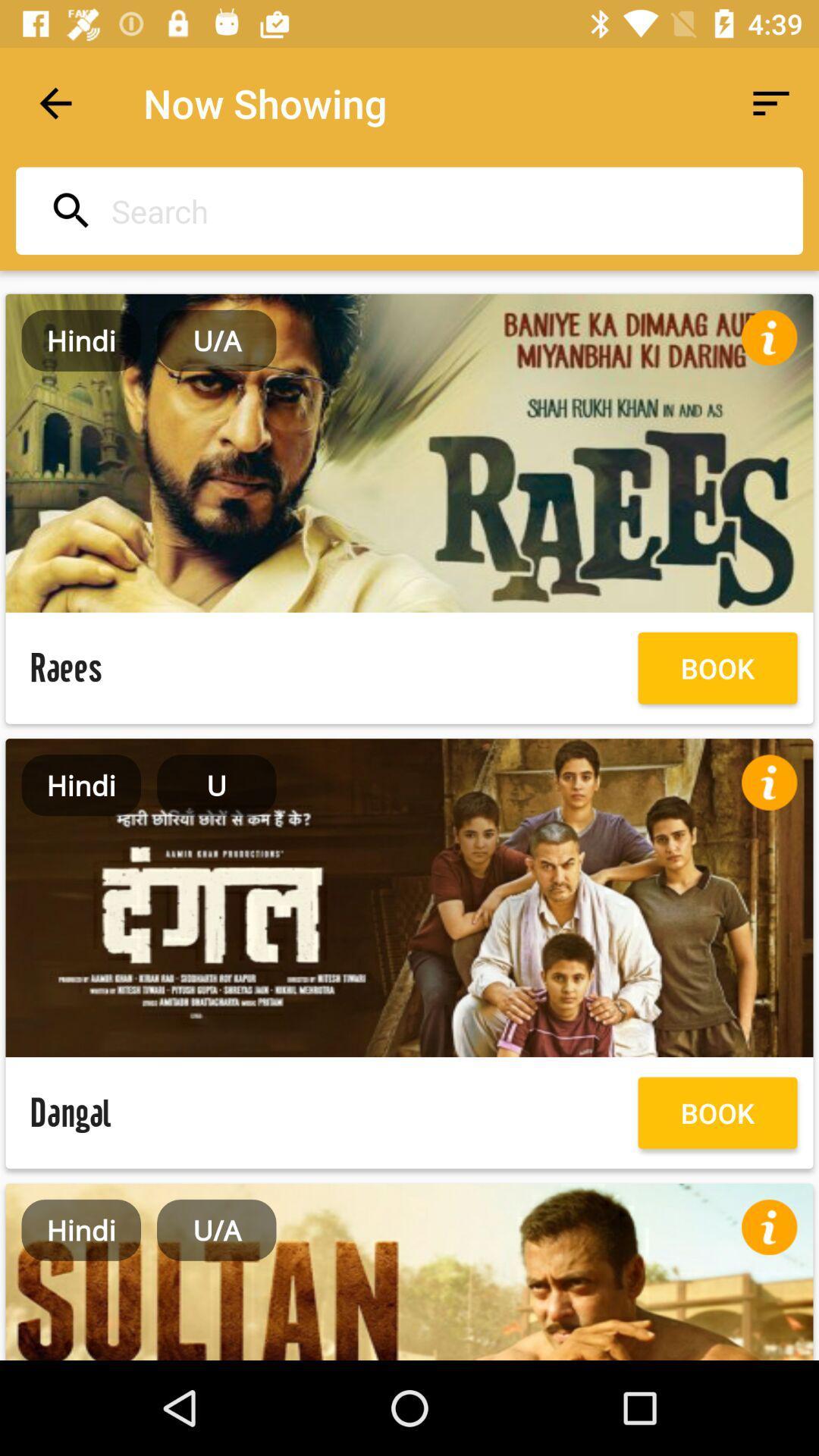 The width and height of the screenshot is (819, 1456). What do you see at coordinates (769, 1227) in the screenshot?
I see `show information` at bounding box center [769, 1227].